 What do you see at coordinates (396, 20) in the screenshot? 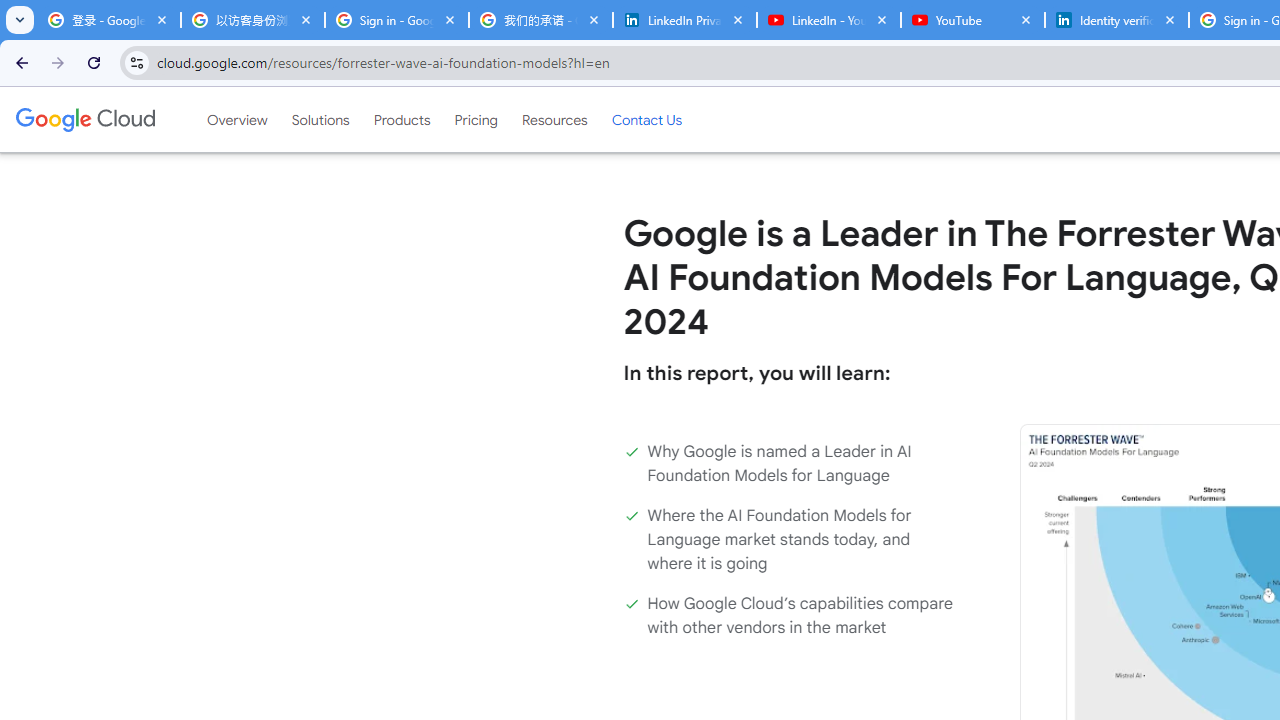
I see `'Sign in - Google Accounts'` at bounding box center [396, 20].